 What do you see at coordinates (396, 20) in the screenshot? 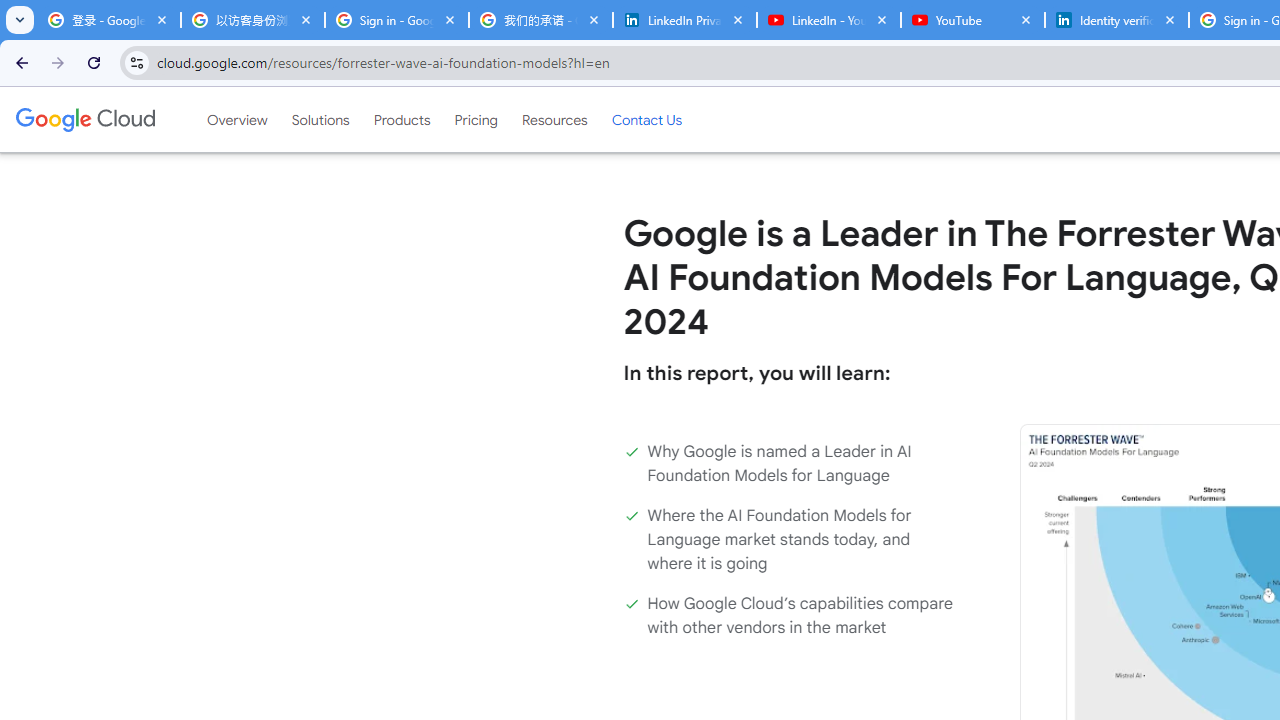
I see `'Sign in - Google Accounts'` at bounding box center [396, 20].